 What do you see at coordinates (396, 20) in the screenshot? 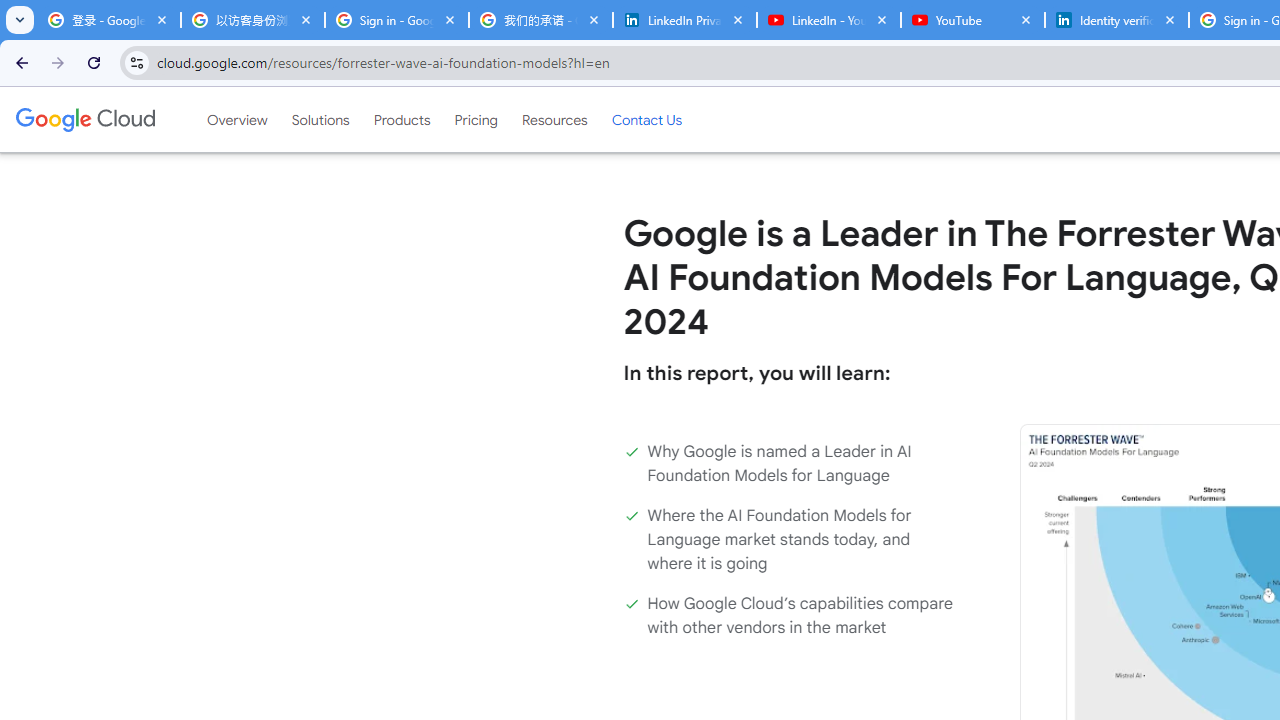
I see `'Sign in - Google Accounts'` at bounding box center [396, 20].